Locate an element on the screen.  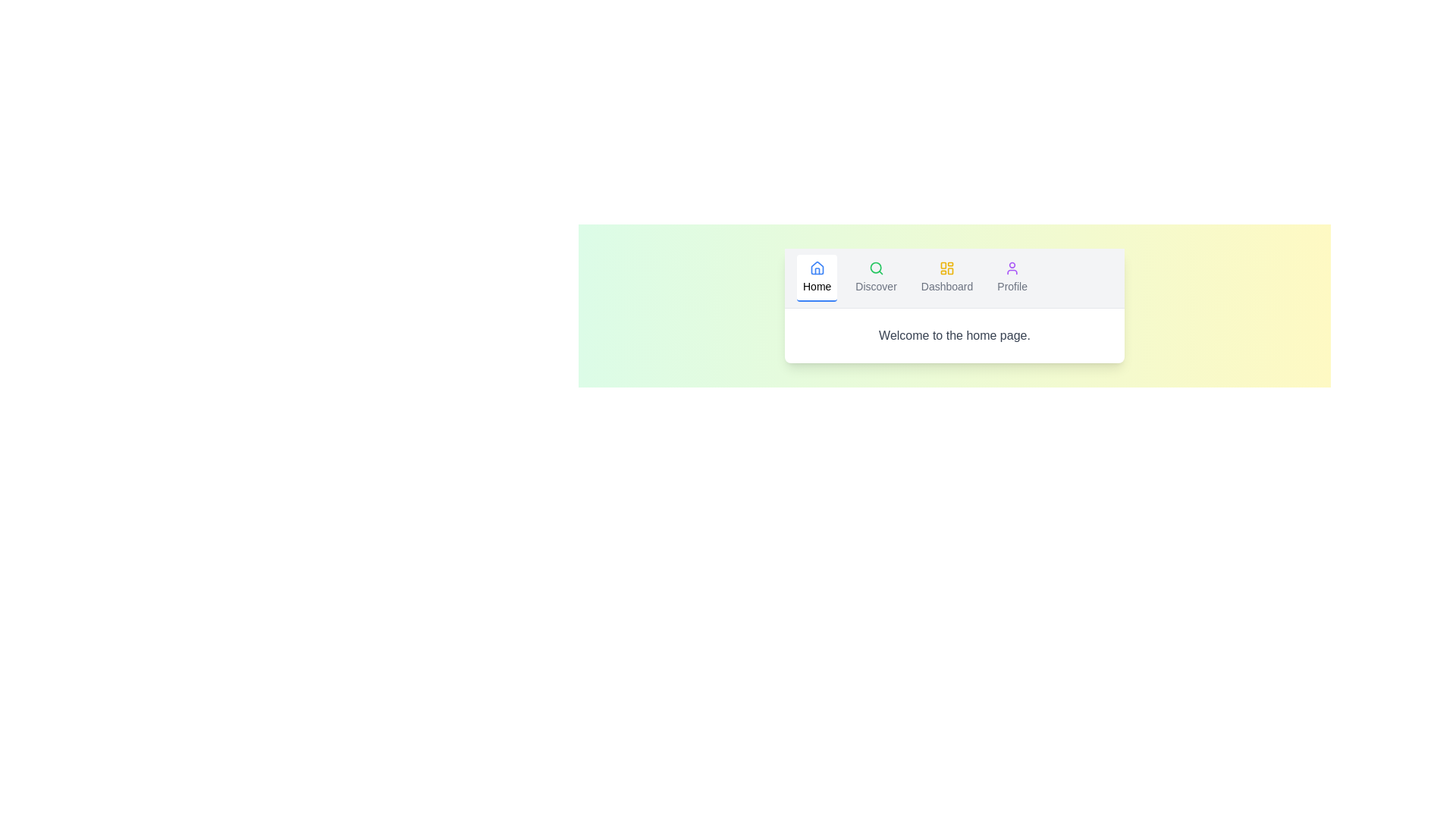
the Dashboard tab to display its content is located at coordinates (946, 278).